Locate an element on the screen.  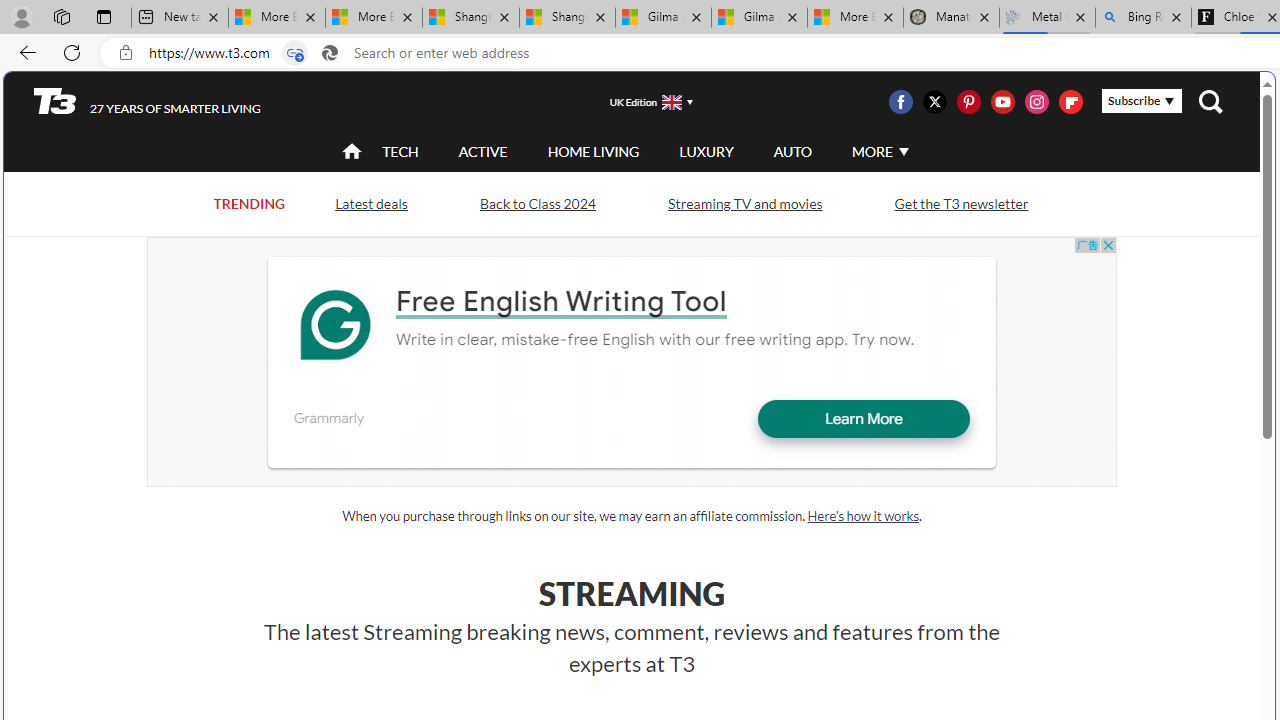
'Manatee Mortality Statistics | FWC' is located at coordinates (950, 17).